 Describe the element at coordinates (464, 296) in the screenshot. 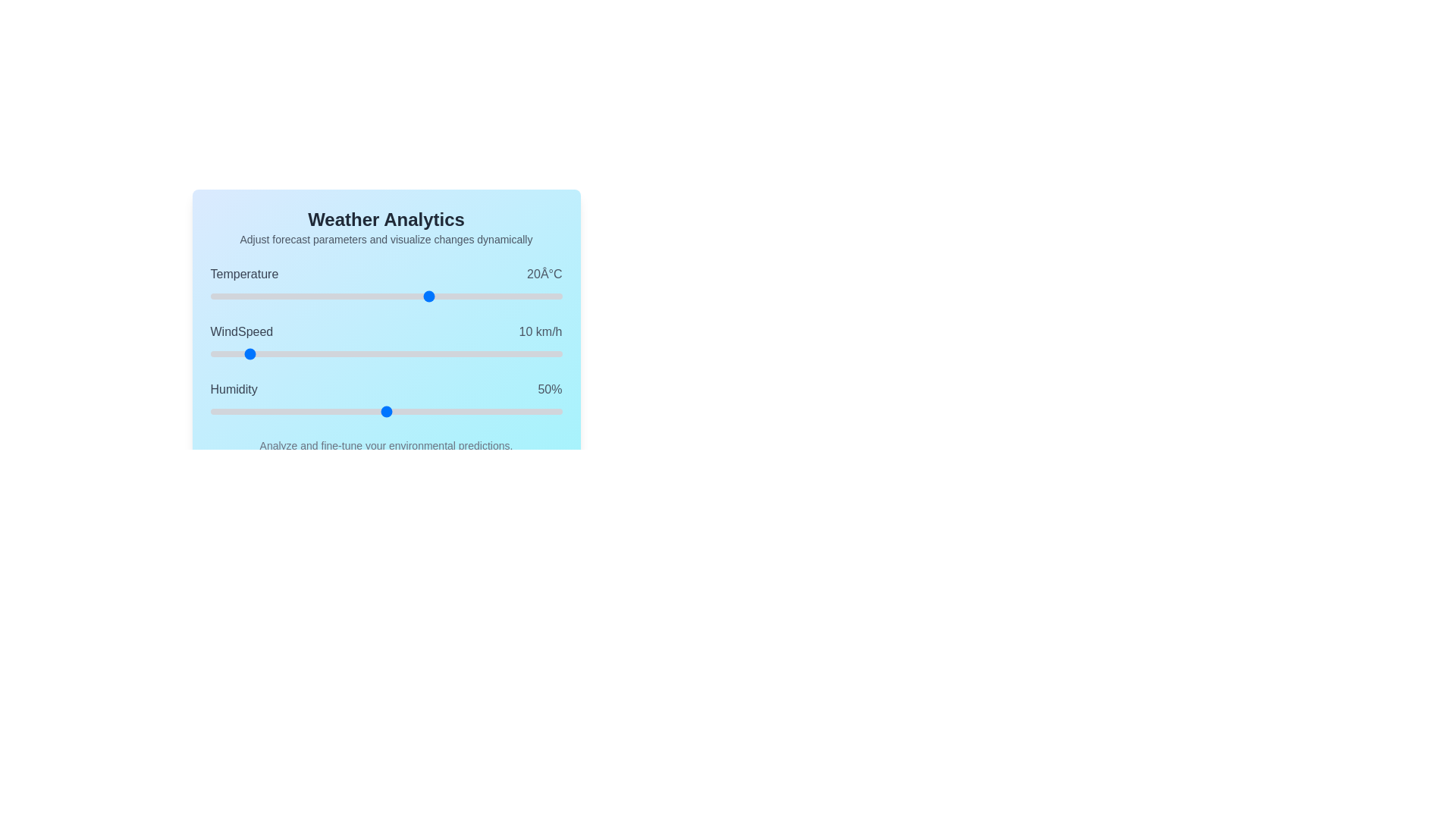

I see `the temperature slider to set the value to 28°C` at that location.